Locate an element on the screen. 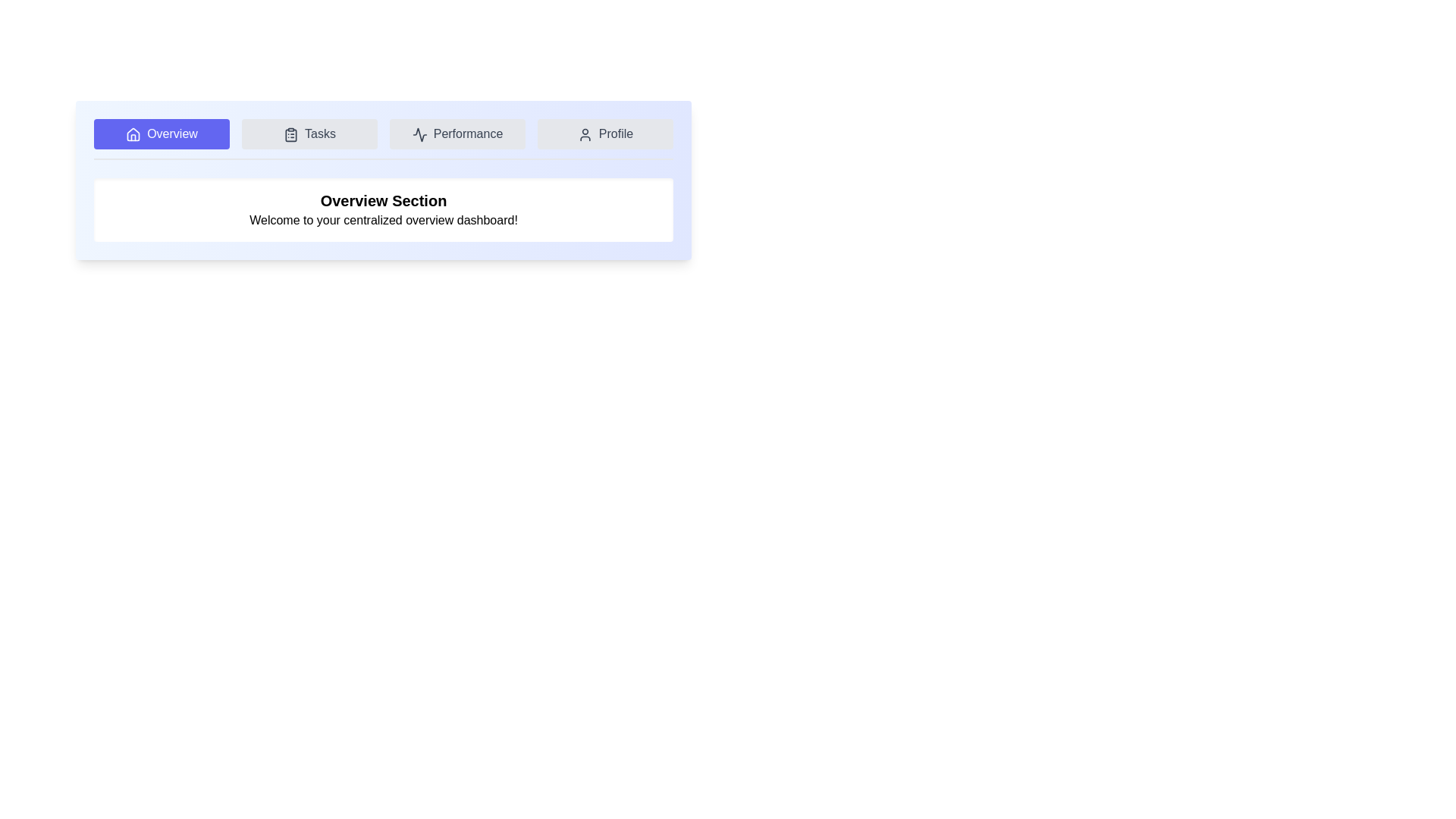 This screenshot has width=1456, height=819. title text element located at the top-center of the interface, which serves as a heading for the overview section is located at coordinates (383, 200).